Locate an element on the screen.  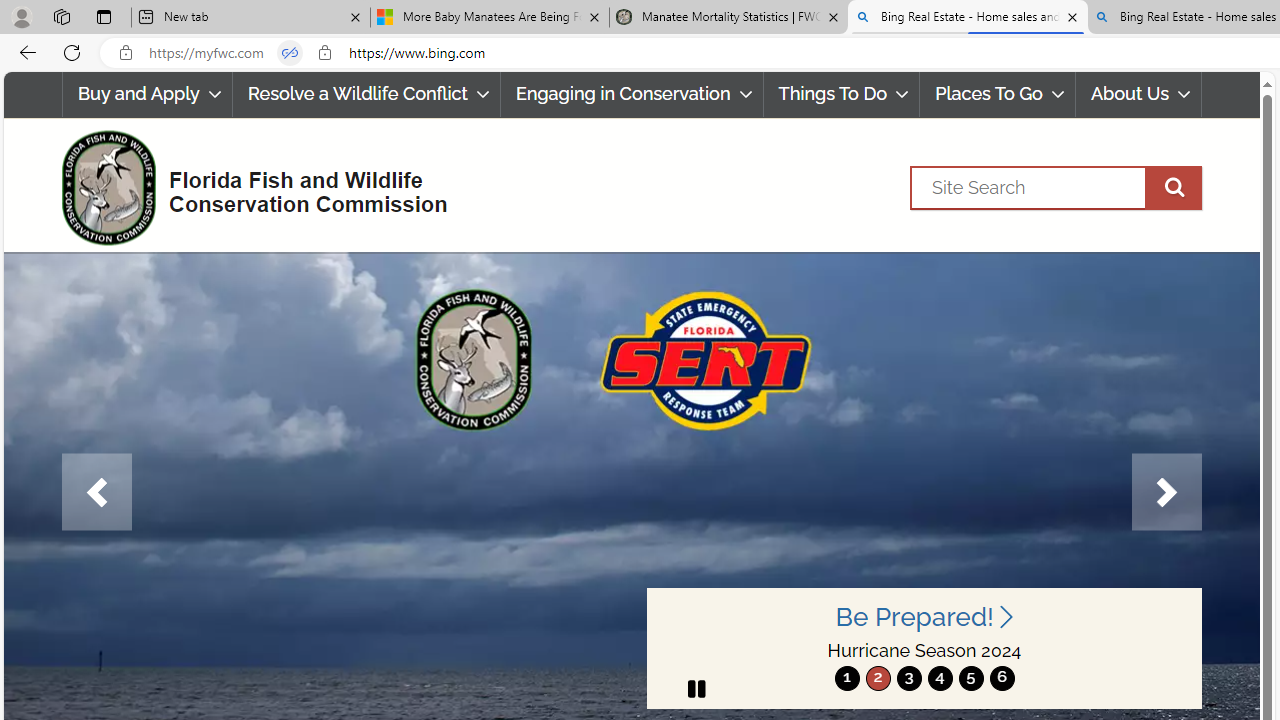
'About Us' is located at coordinates (1138, 94).